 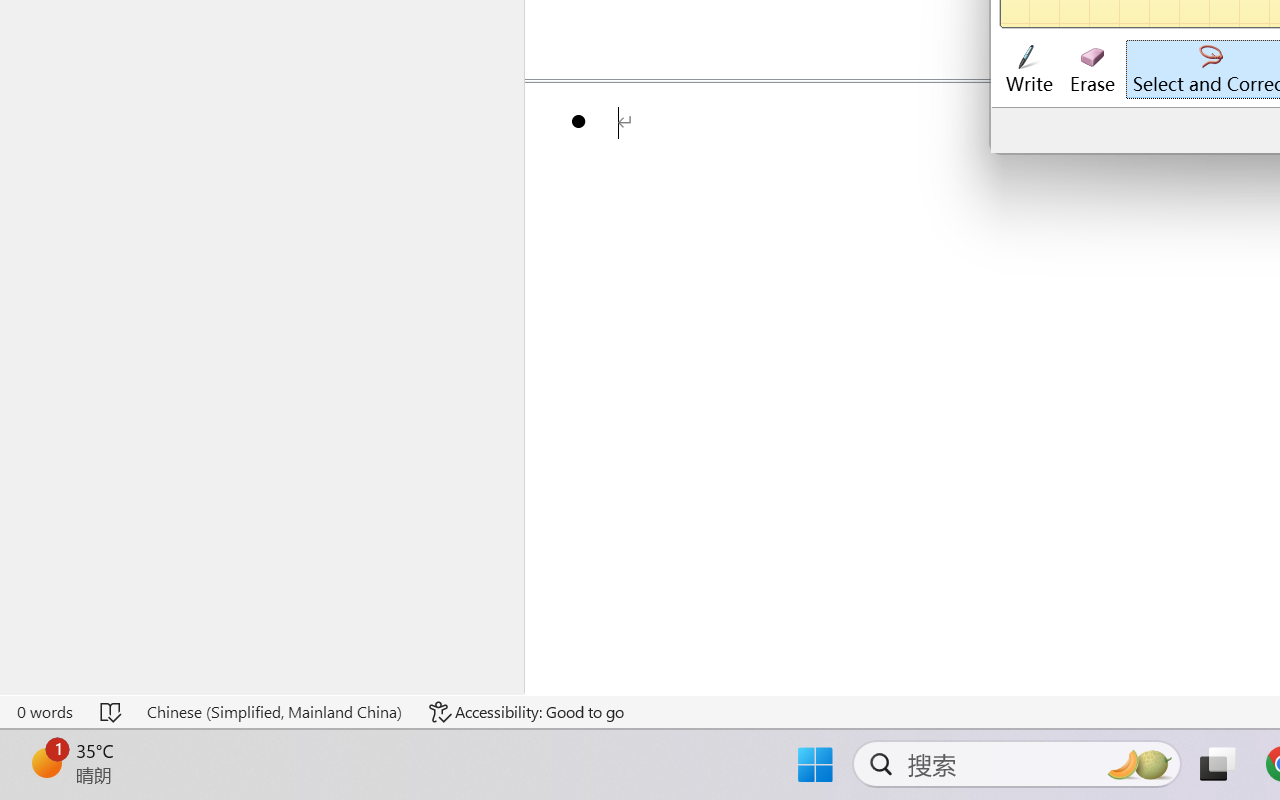 What do you see at coordinates (1091, 69) in the screenshot?
I see `'Erase'` at bounding box center [1091, 69].